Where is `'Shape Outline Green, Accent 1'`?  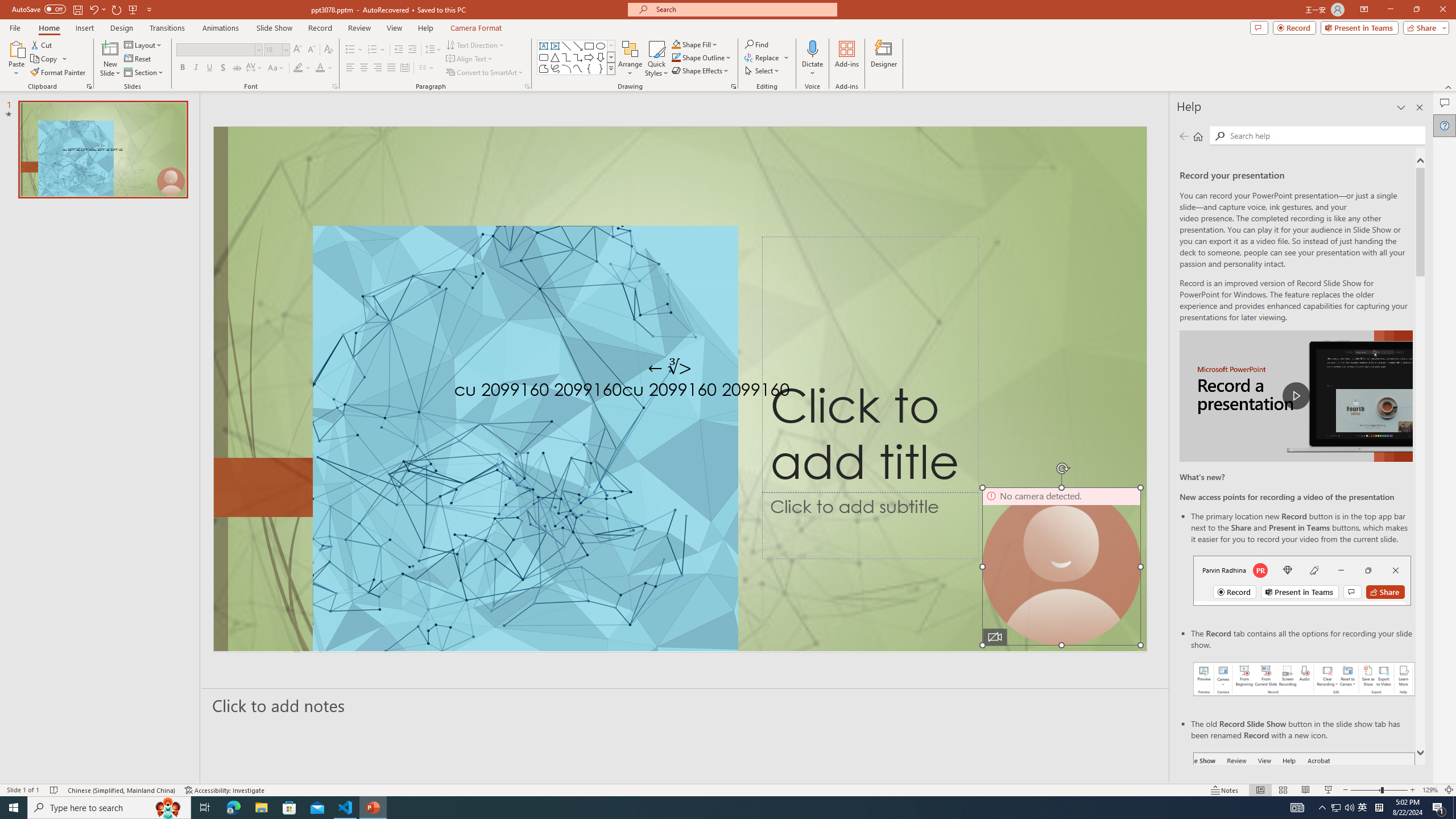 'Shape Outline Green, Accent 1' is located at coordinates (676, 56).